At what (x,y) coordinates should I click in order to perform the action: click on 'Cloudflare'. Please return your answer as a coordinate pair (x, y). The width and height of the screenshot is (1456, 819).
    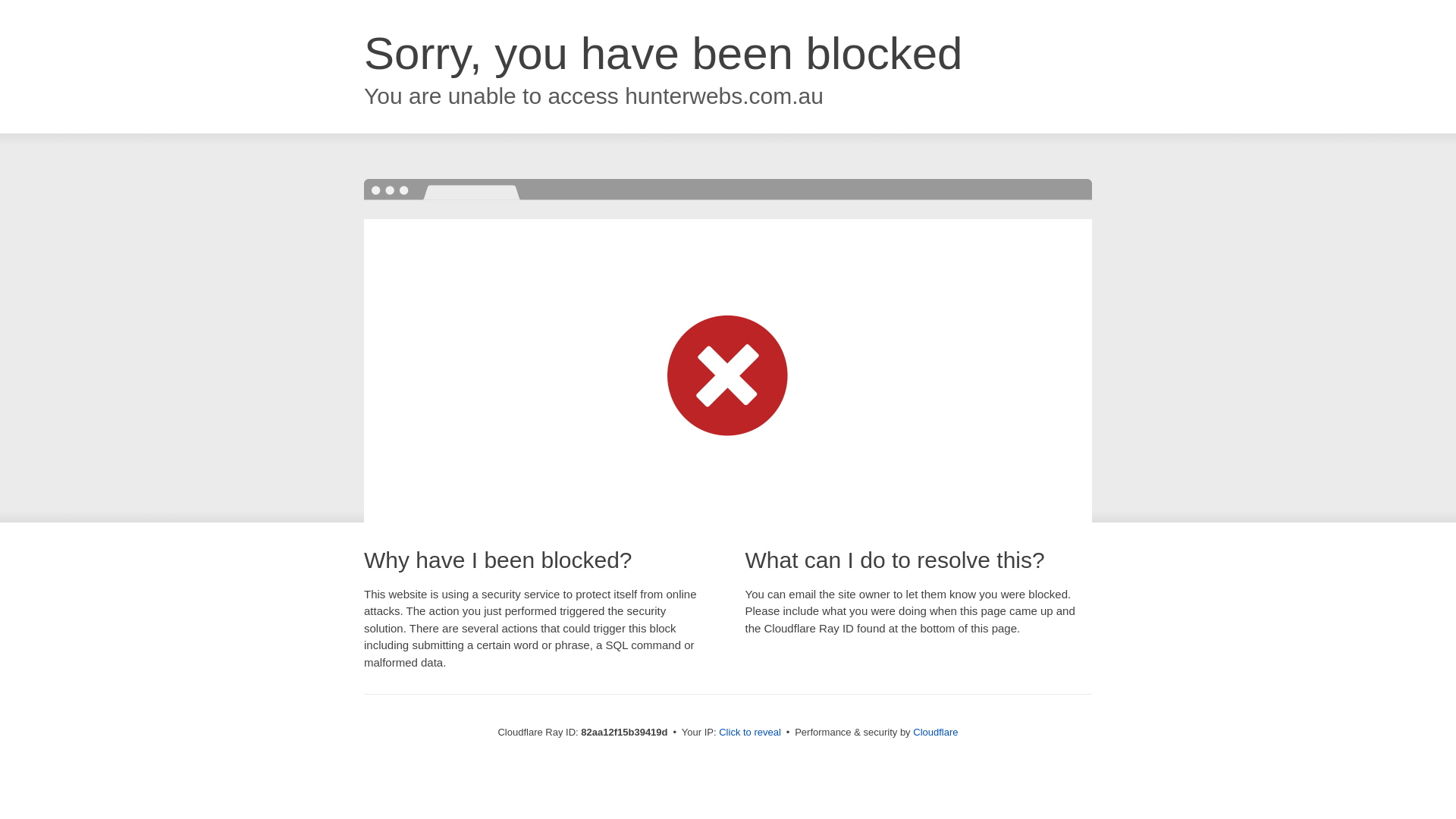
    Looking at the image, I should click on (934, 731).